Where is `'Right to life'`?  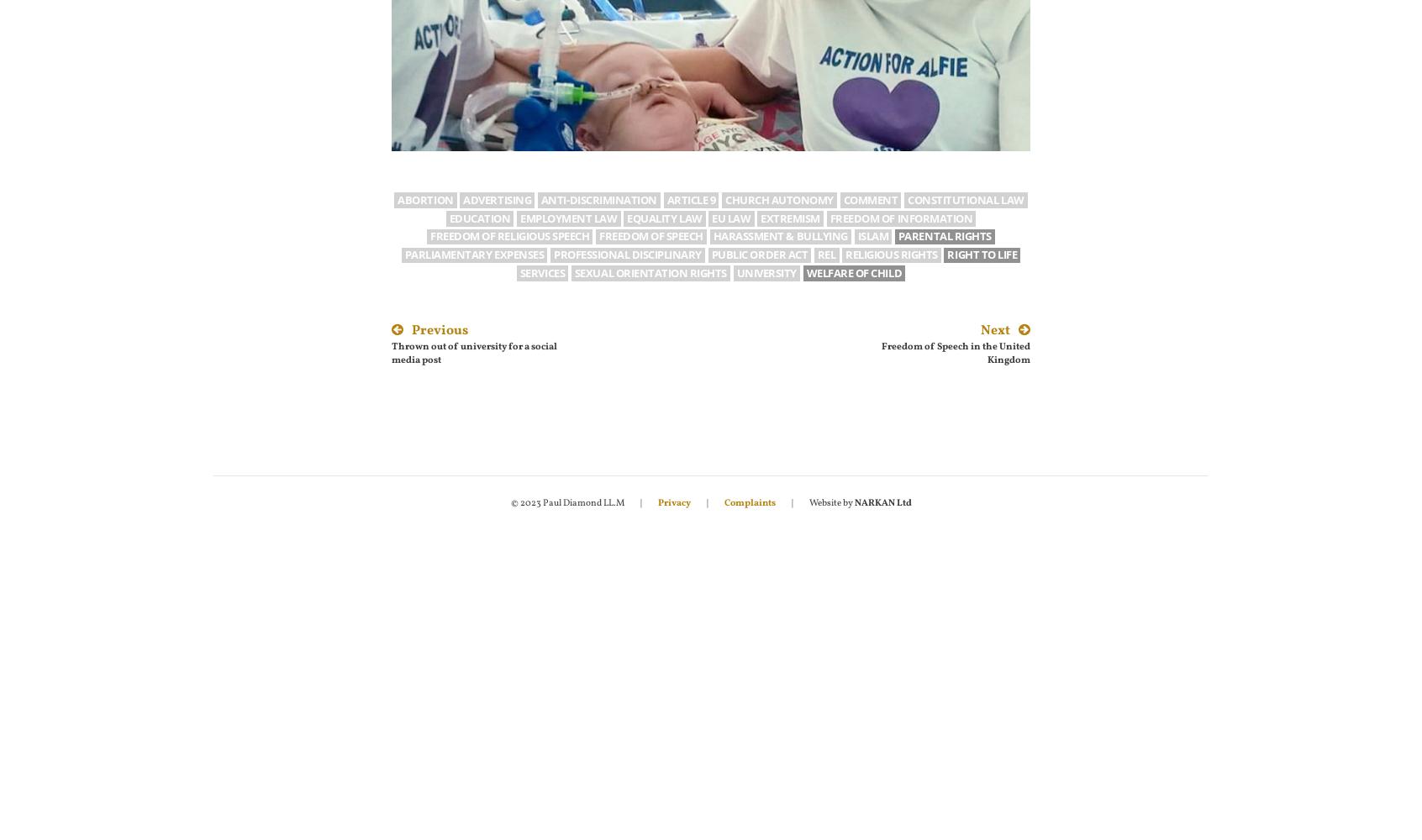
'Right to life' is located at coordinates (981, 255).